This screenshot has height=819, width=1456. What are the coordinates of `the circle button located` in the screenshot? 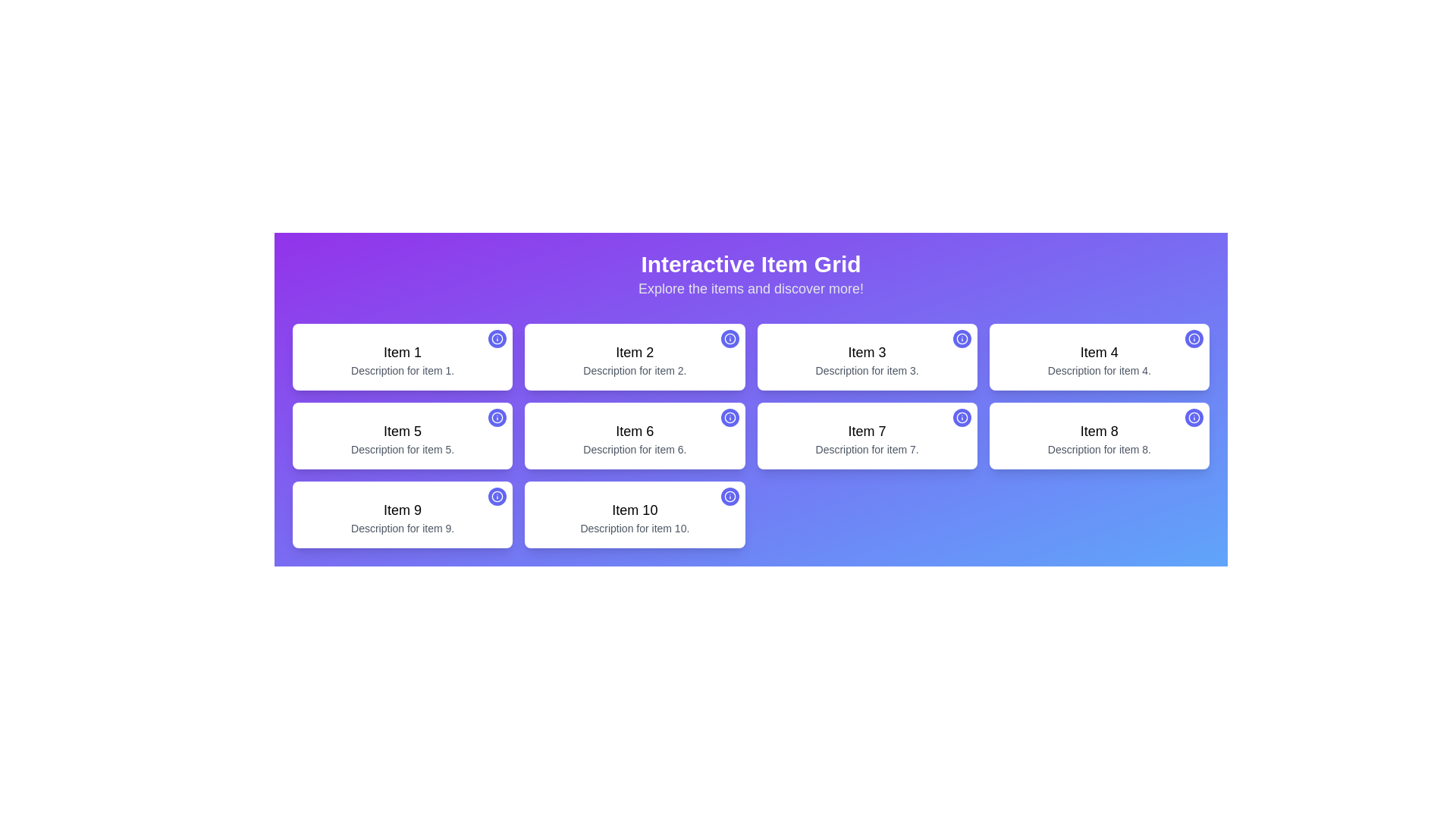 It's located at (497, 418).